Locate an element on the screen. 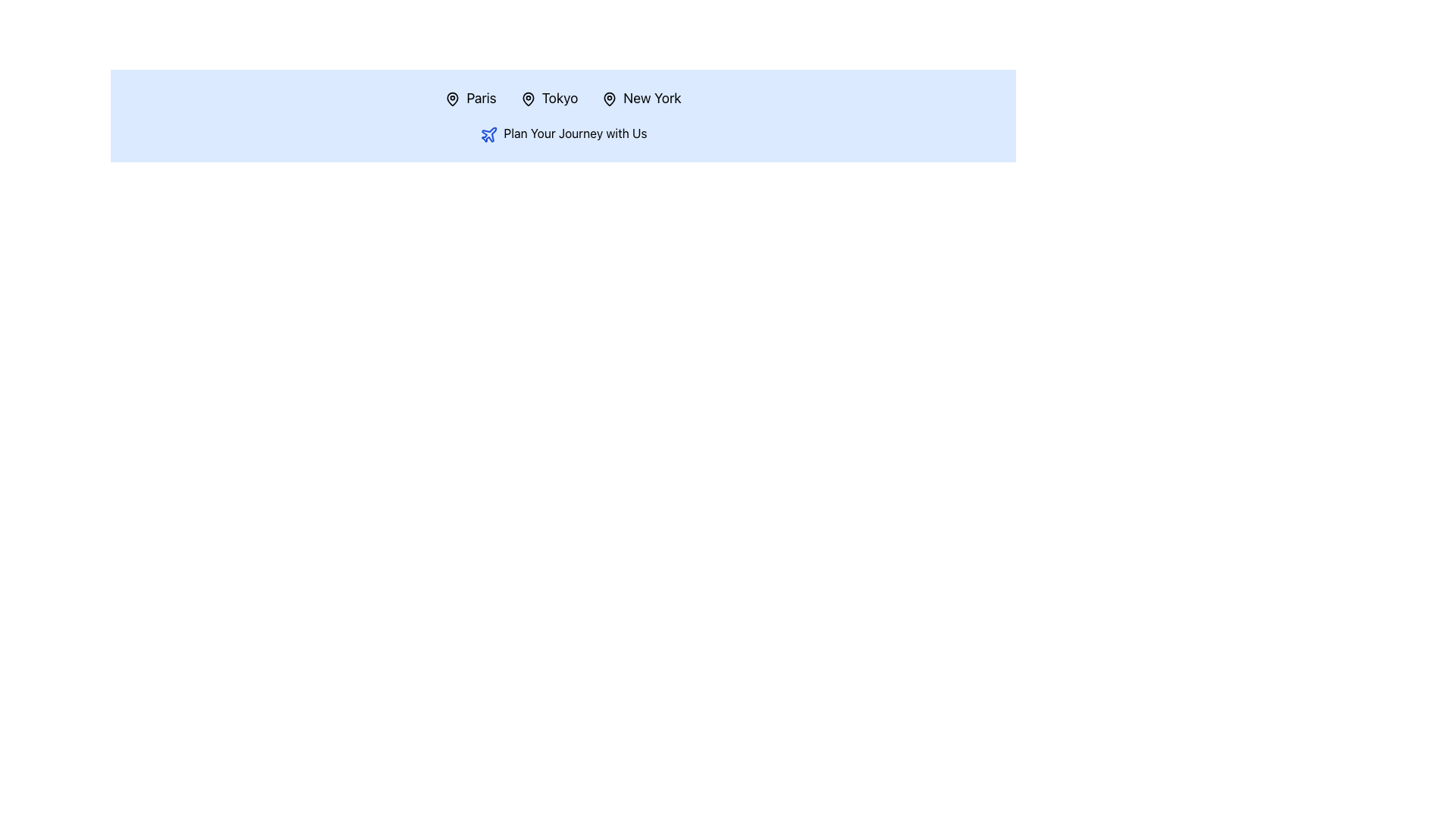 The height and width of the screenshot is (819, 1456). the map pin icon located immediately to the left of the 'New York' text on the blue background bar near the top-right of the interface is located at coordinates (610, 99).